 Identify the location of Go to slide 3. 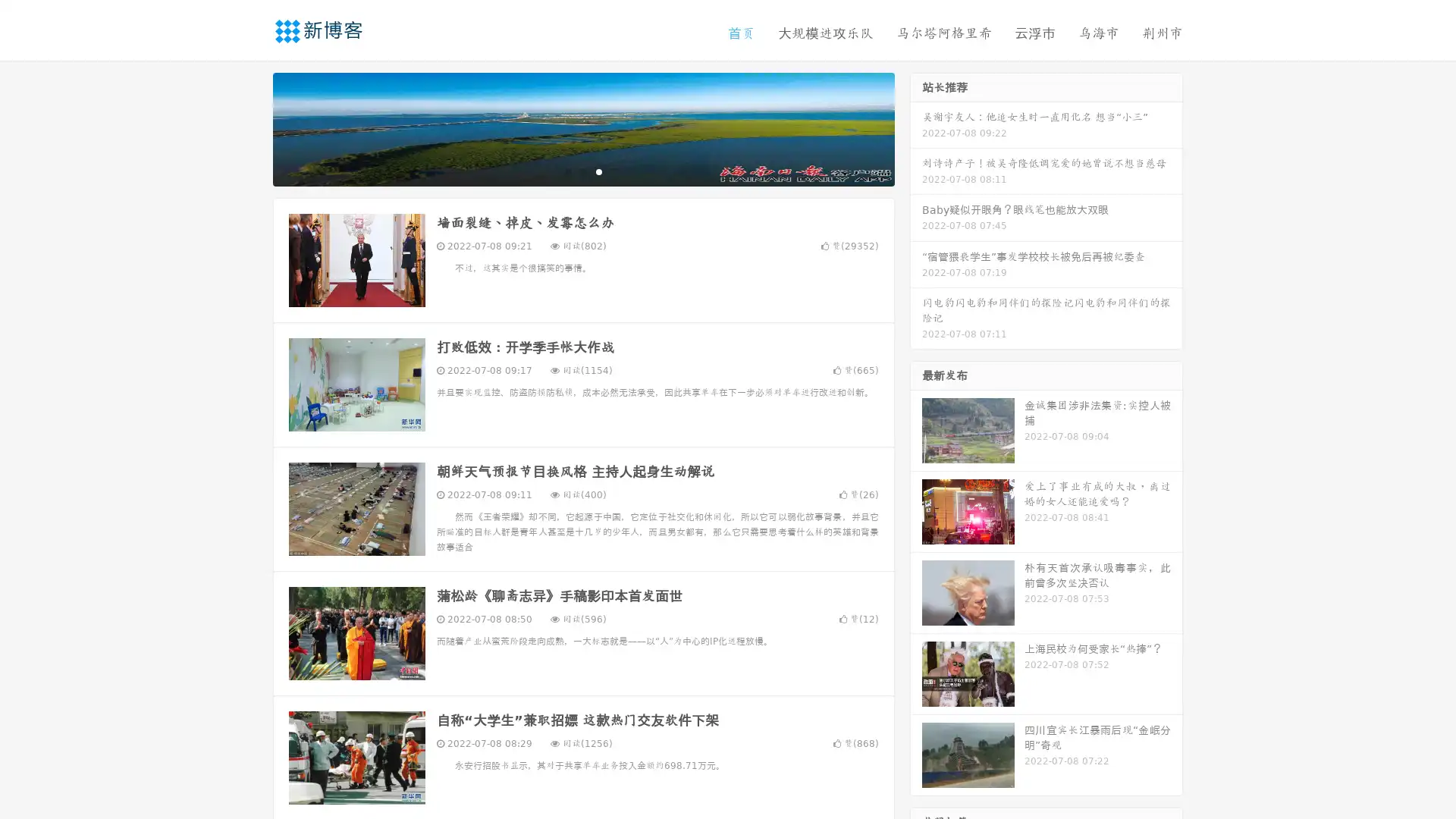
(598, 171).